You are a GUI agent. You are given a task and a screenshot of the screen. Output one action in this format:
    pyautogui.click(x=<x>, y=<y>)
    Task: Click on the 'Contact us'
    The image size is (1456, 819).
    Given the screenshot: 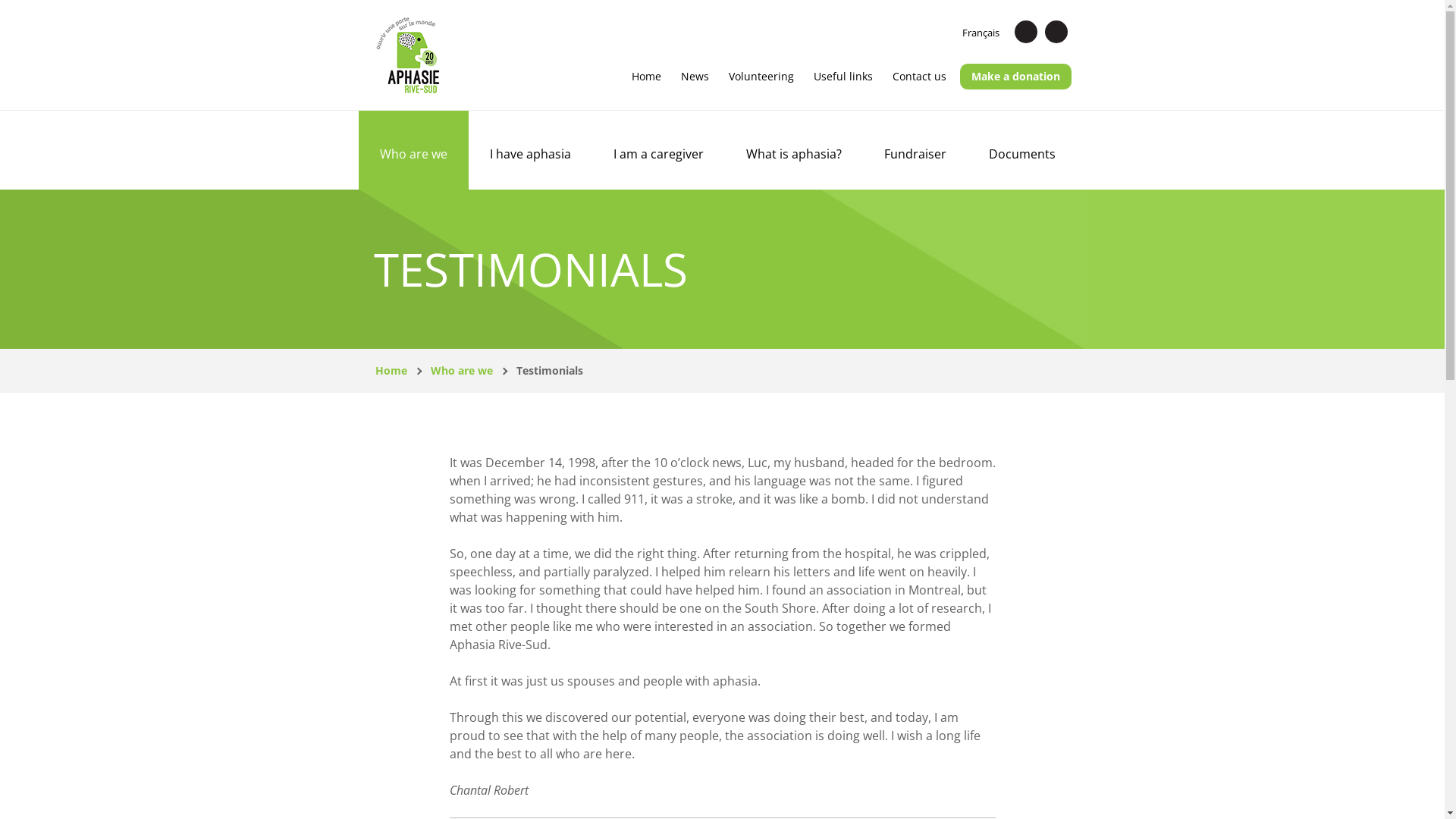 What is the action you would take?
    pyautogui.click(x=918, y=77)
    